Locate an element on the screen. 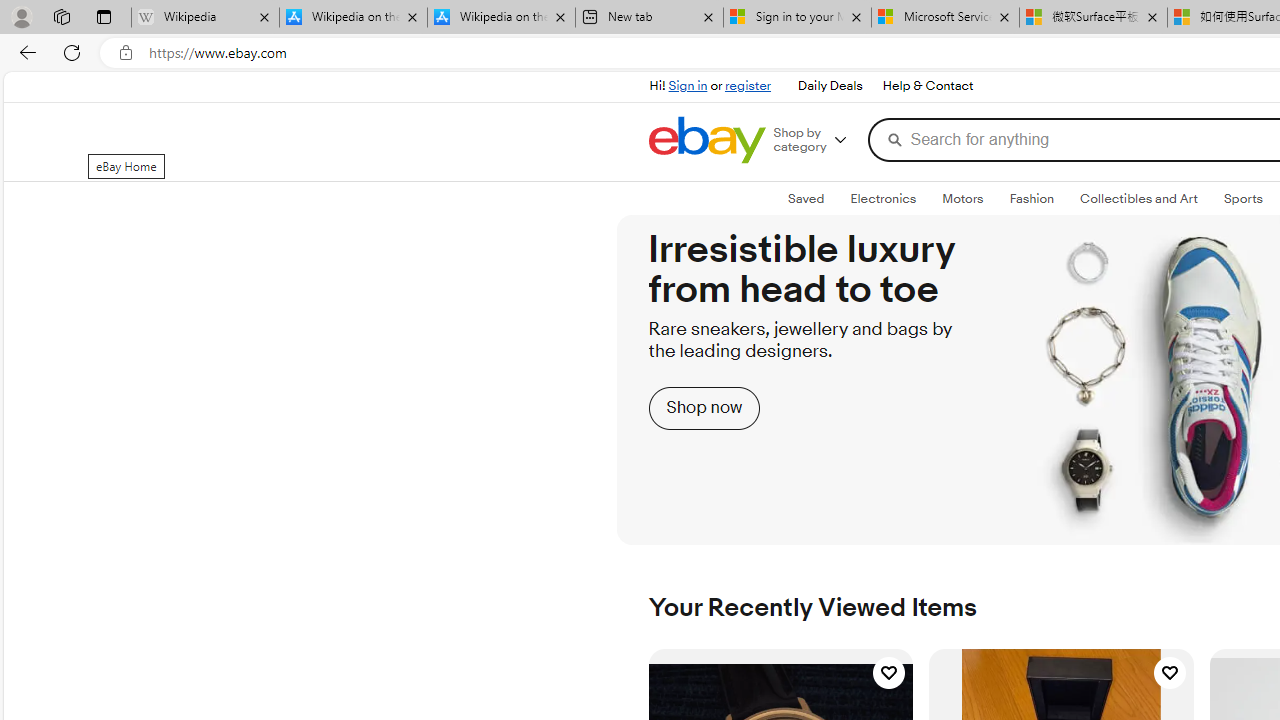 Image resolution: width=1280 pixels, height=720 pixels. 'Saved' is located at coordinates (807, 199).